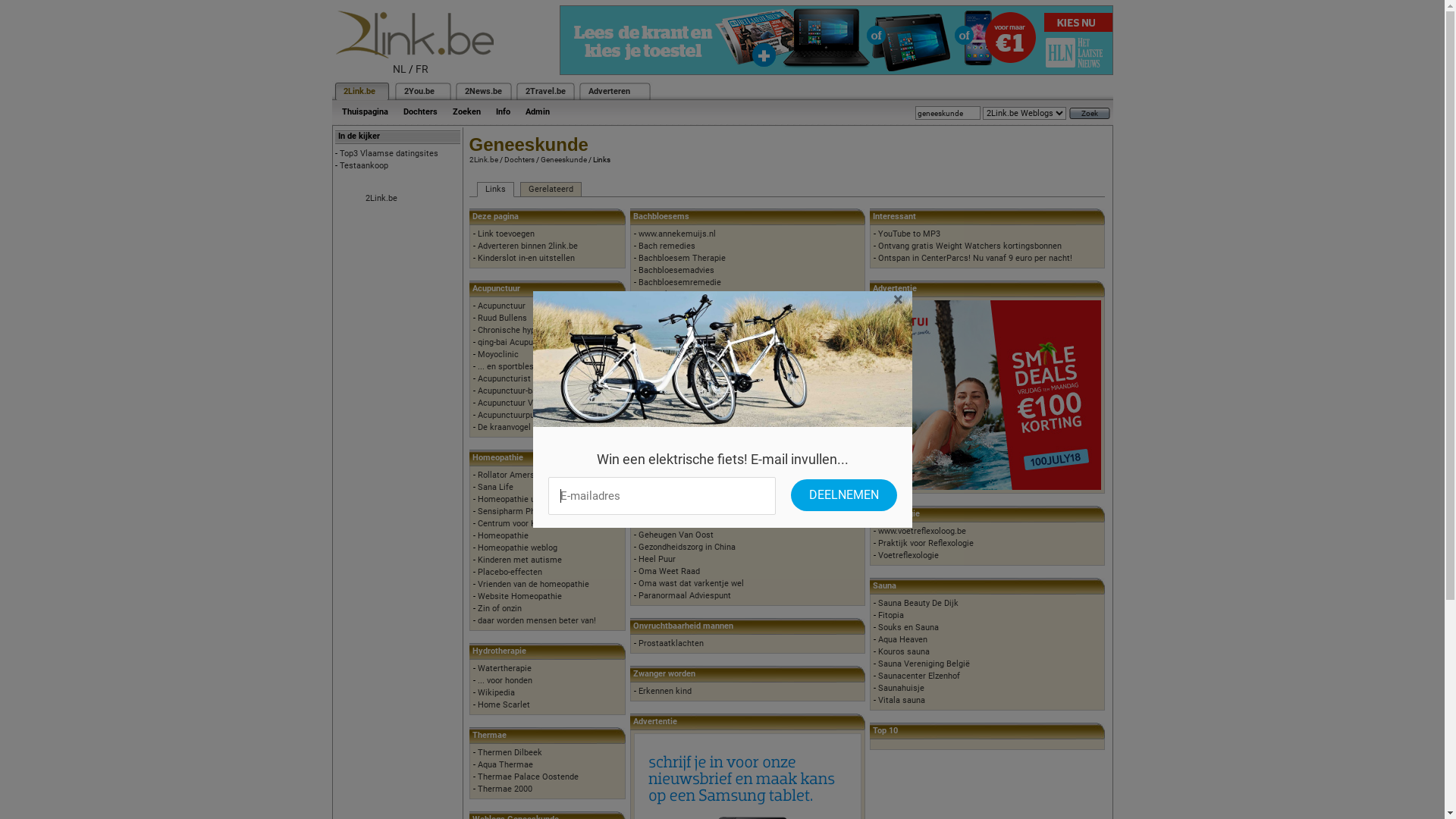  What do you see at coordinates (903, 651) in the screenshot?
I see `'Kouros sauna'` at bounding box center [903, 651].